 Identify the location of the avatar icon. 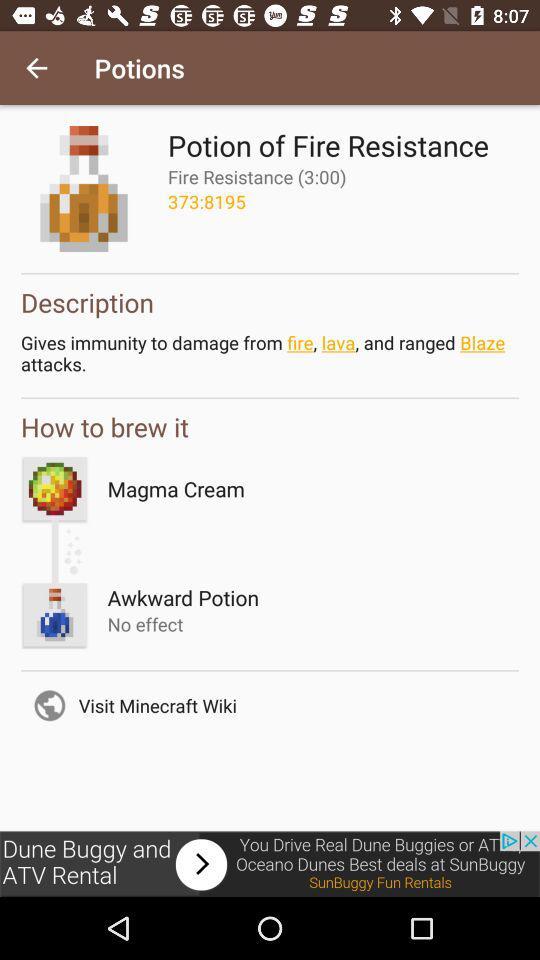
(55, 488).